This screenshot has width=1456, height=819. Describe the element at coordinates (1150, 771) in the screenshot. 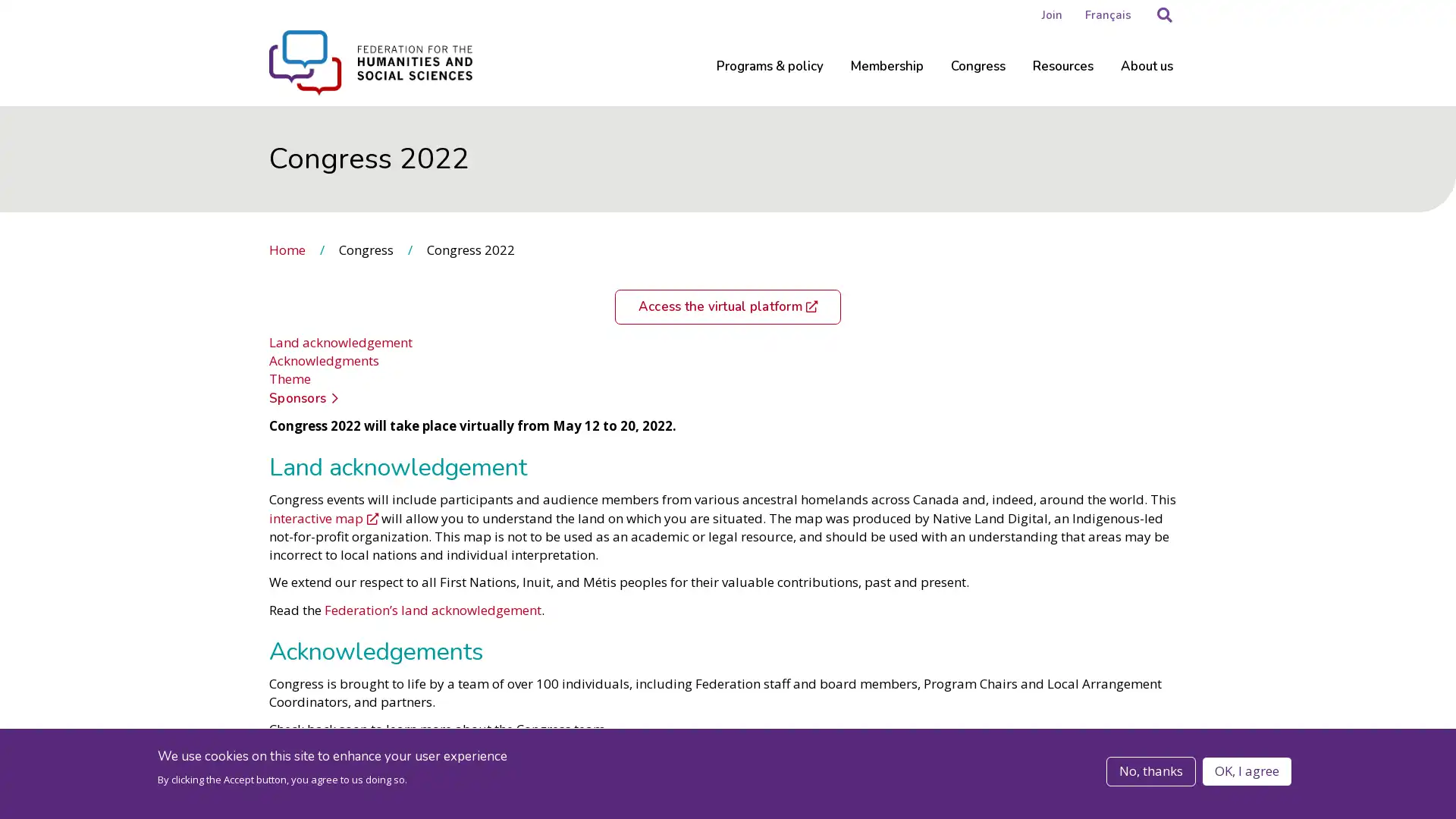

I see `No, thanks` at that location.